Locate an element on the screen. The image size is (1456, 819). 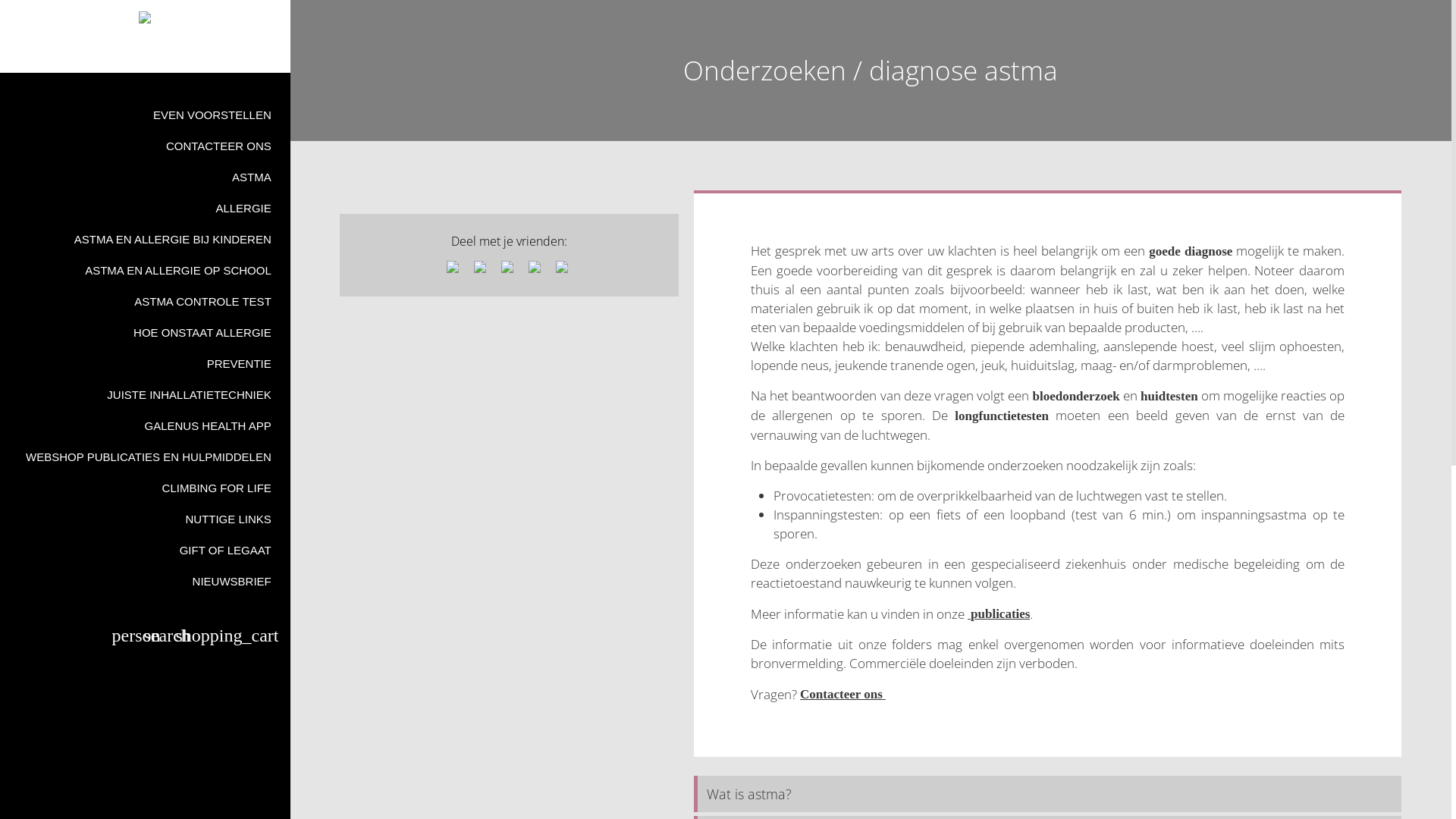
'Wat is astma?' is located at coordinates (1046, 792).